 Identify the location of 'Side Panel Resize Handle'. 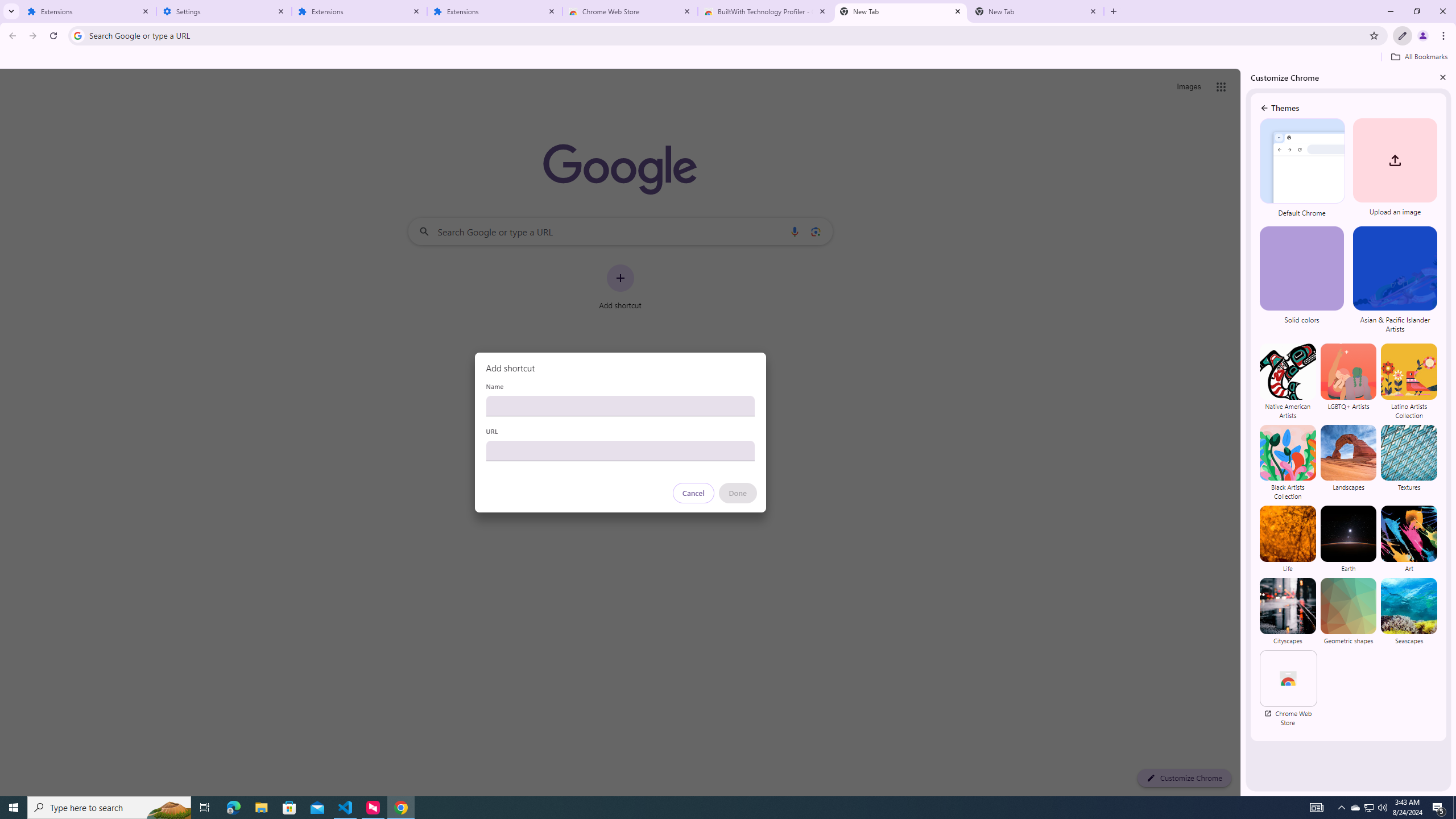
(1243, 431).